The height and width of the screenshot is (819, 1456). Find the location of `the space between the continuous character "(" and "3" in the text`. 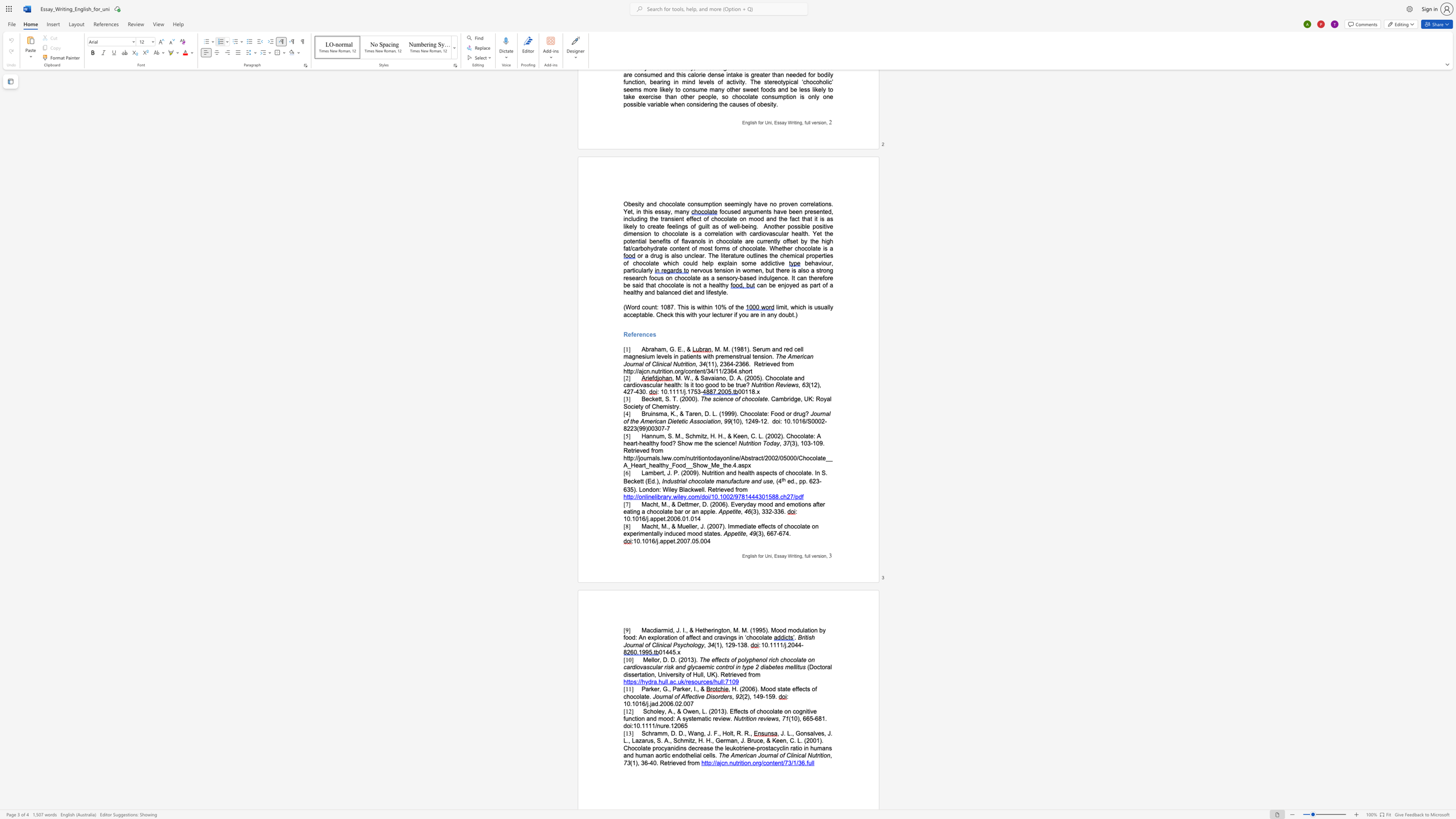

the space between the continuous character "(" and "3" in the text is located at coordinates (753, 511).